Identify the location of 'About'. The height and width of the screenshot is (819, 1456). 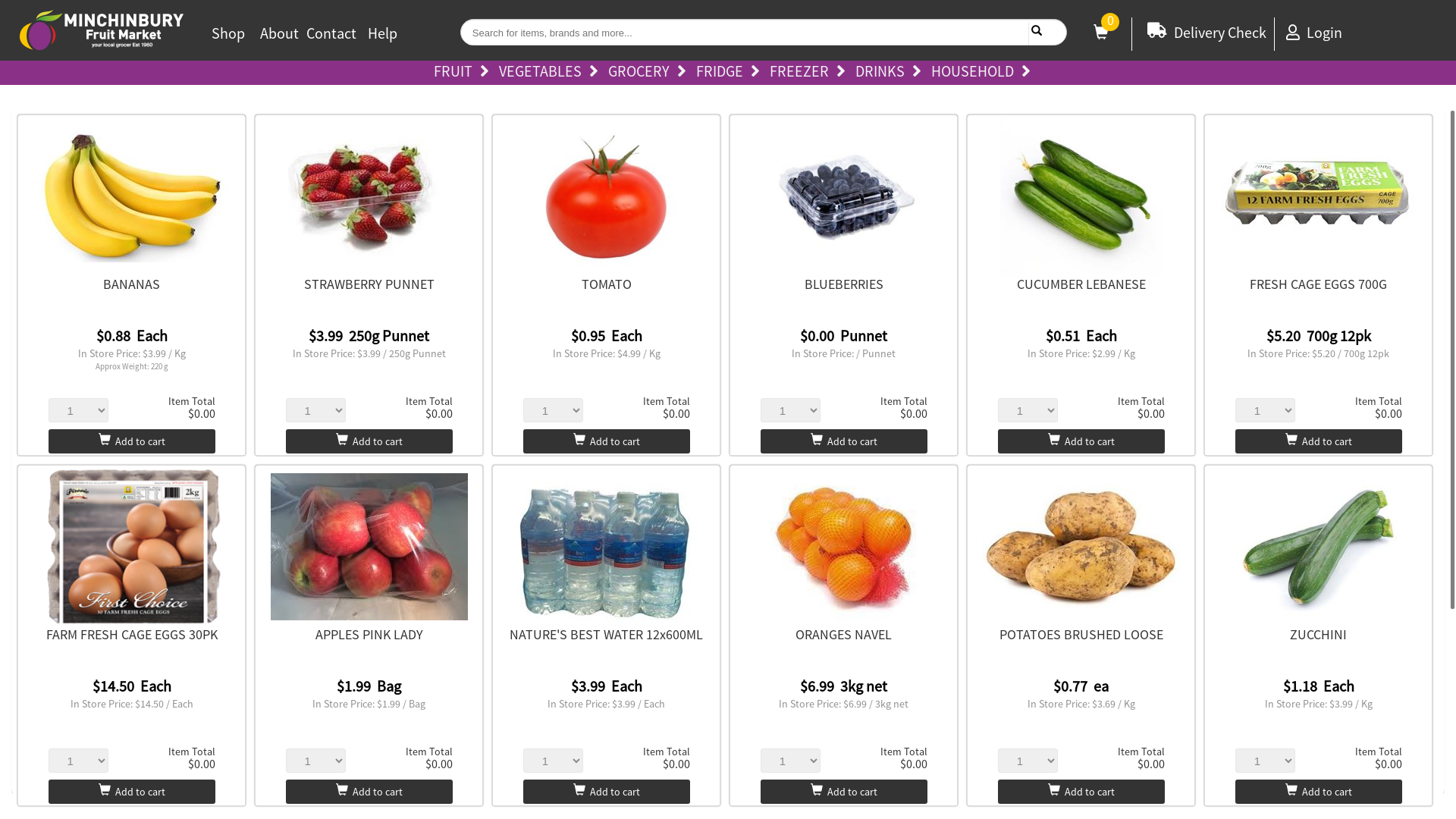
(279, 33).